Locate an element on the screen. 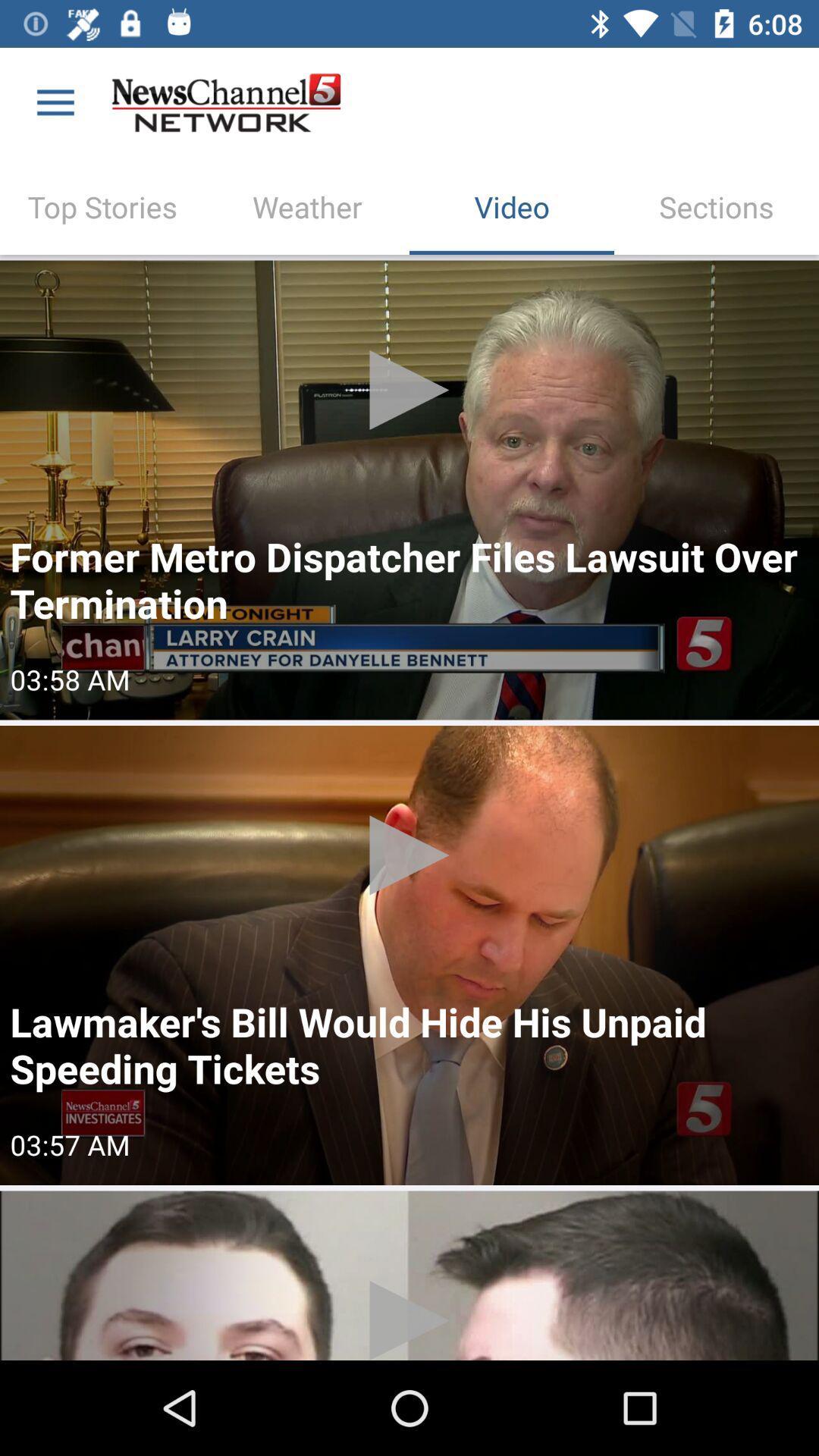 The image size is (819, 1456). bottom video is located at coordinates (409, 1275).